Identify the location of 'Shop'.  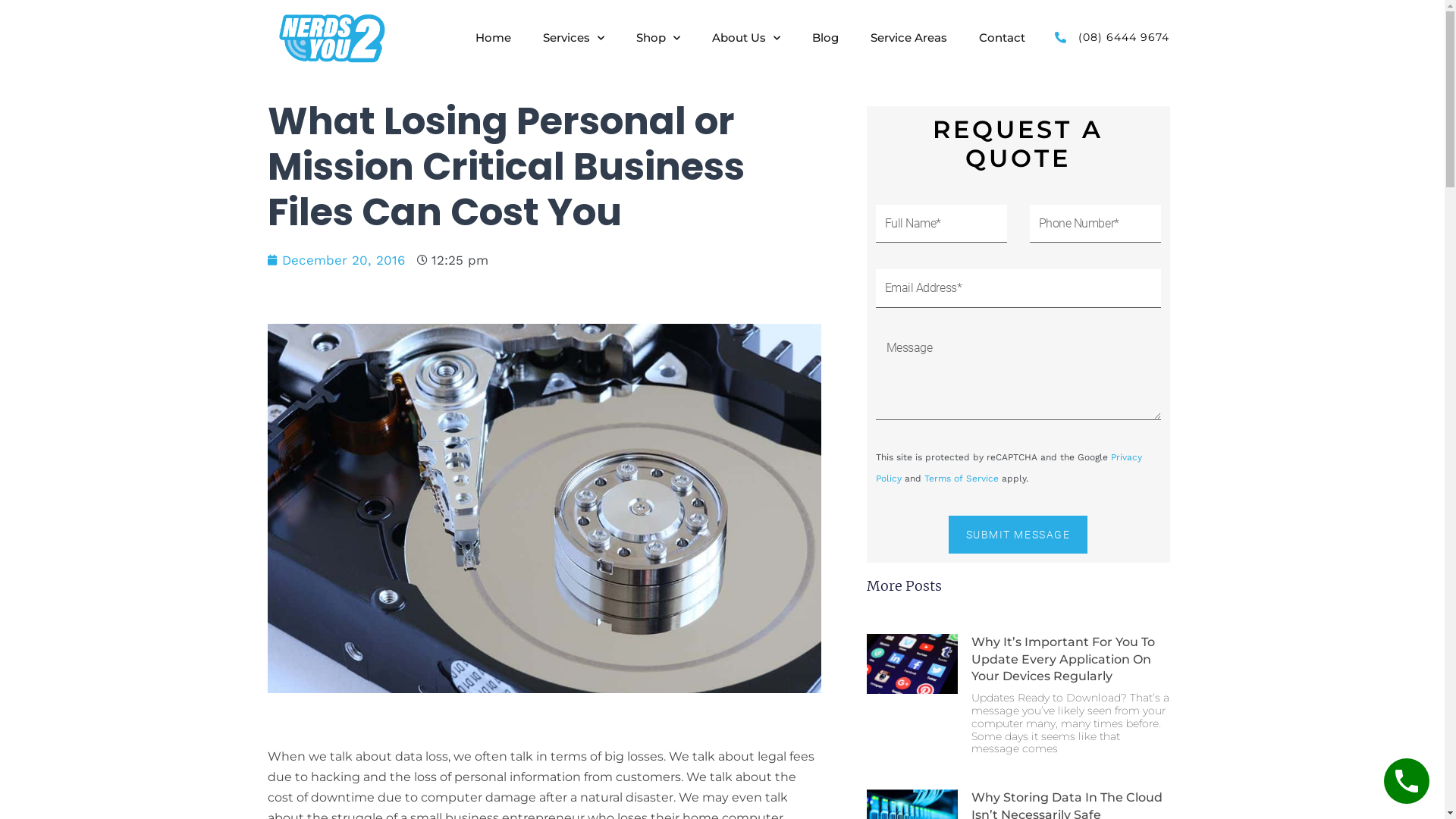
(658, 37).